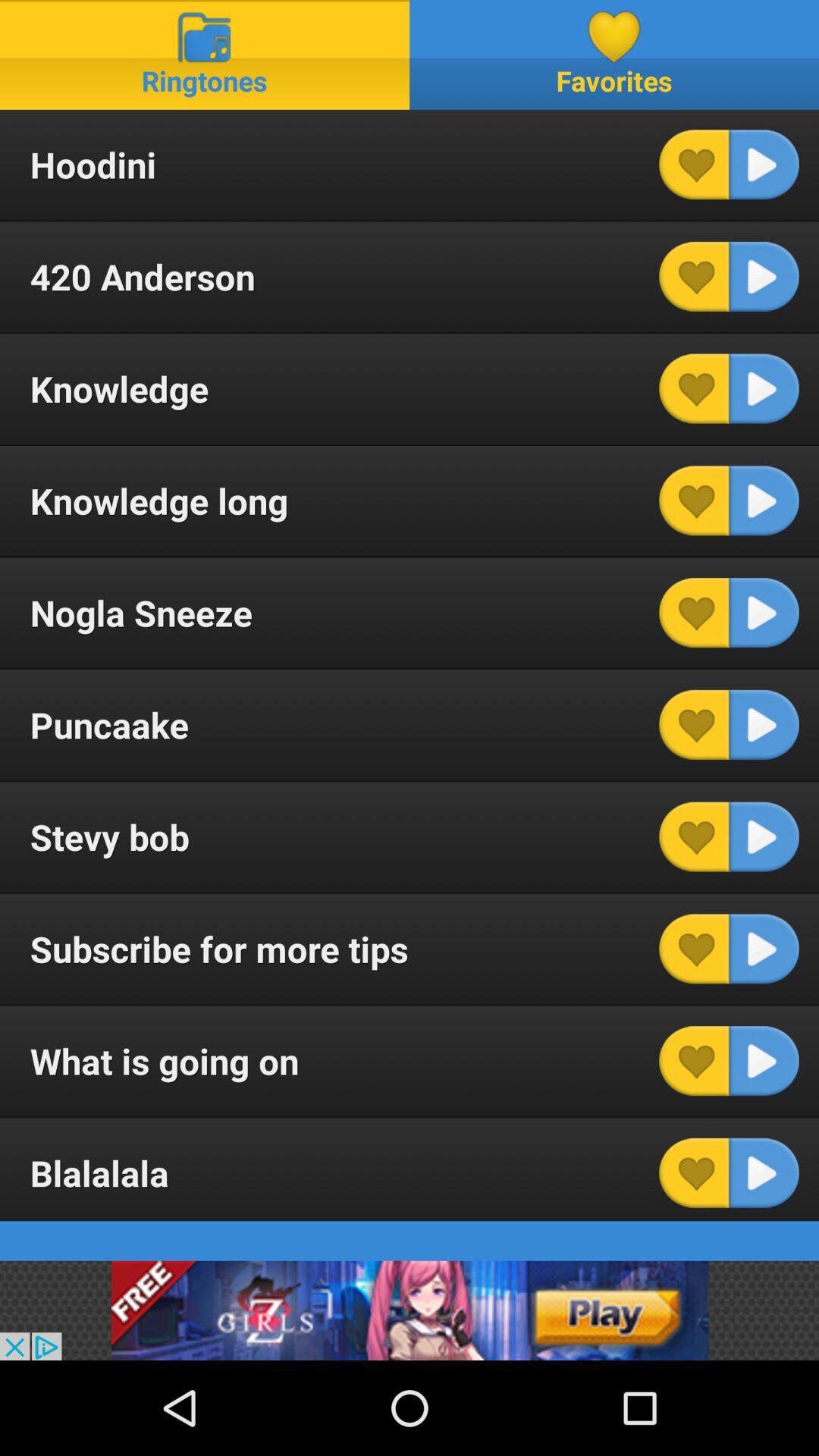 The width and height of the screenshot is (819, 1456). What do you see at coordinates (764, 1172) in the screenshot?
I see `ringtone` at bounding box center [764, 1172].